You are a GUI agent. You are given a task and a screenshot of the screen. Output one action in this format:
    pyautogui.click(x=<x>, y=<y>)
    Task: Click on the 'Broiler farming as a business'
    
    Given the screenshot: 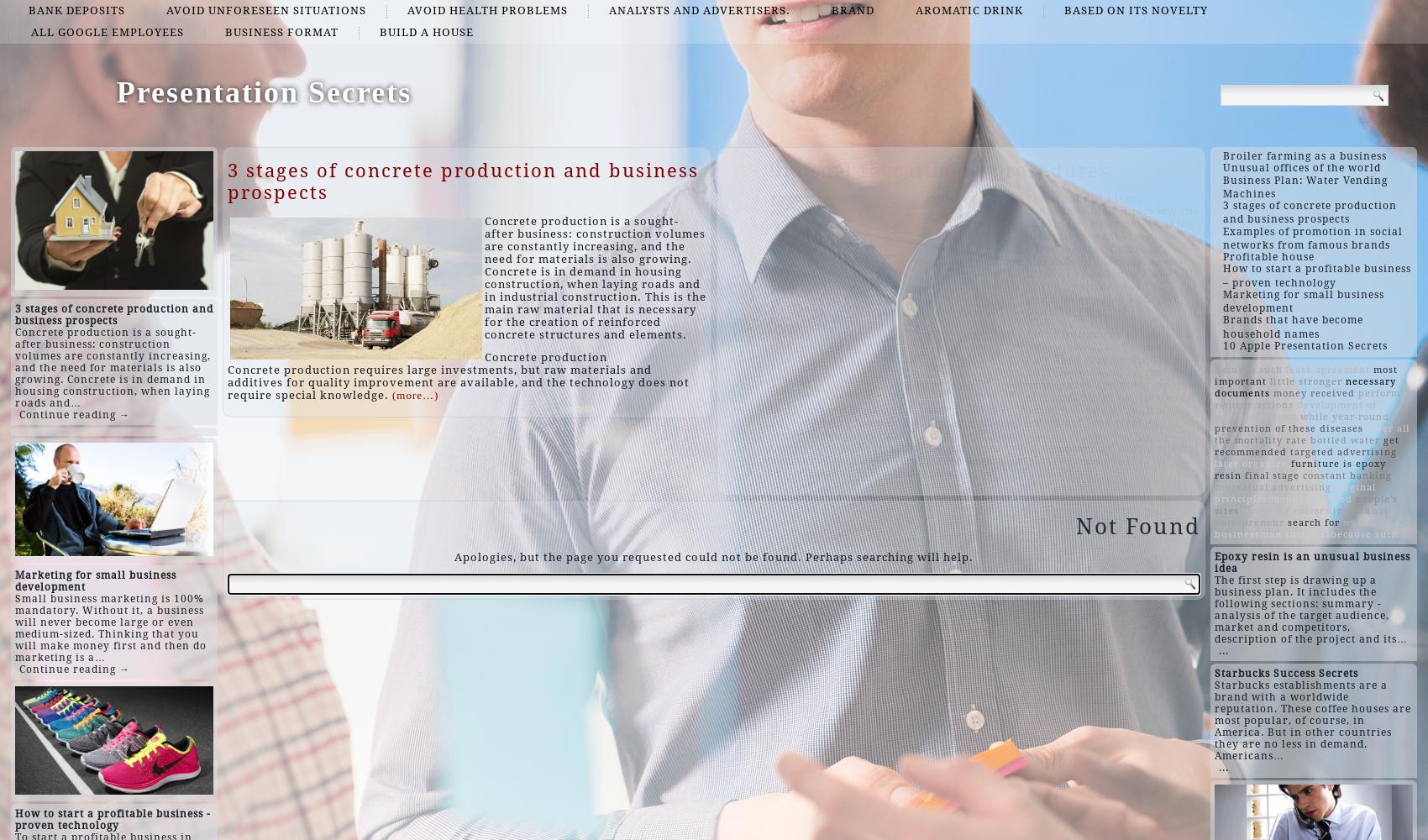 What is the action you would take?
    pyautogui.click(x=1305, y=156)
    